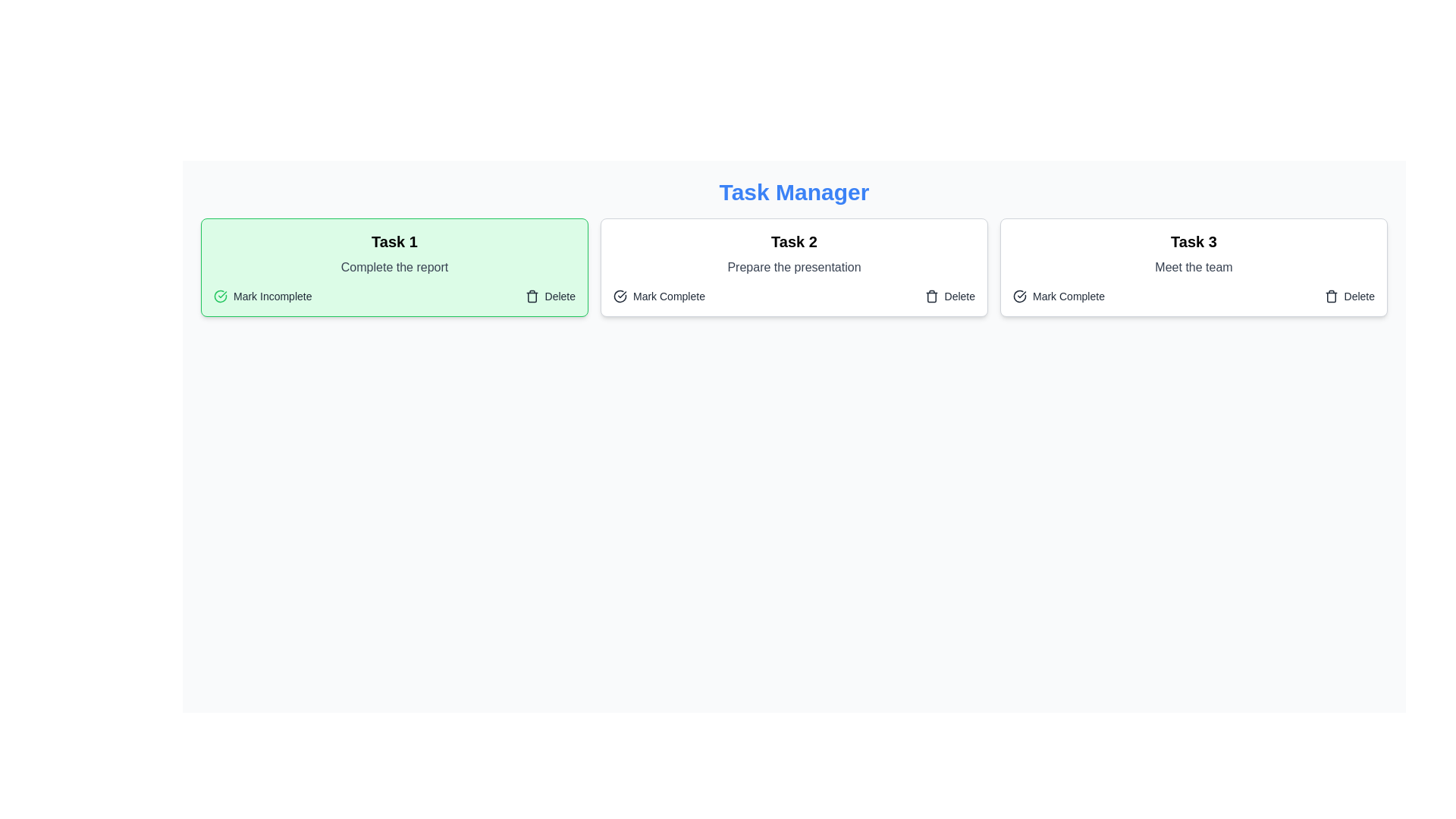  I want to click on the circular green checkmark icon located next to the 'Mark Incomplete' label, so click(220, 296).